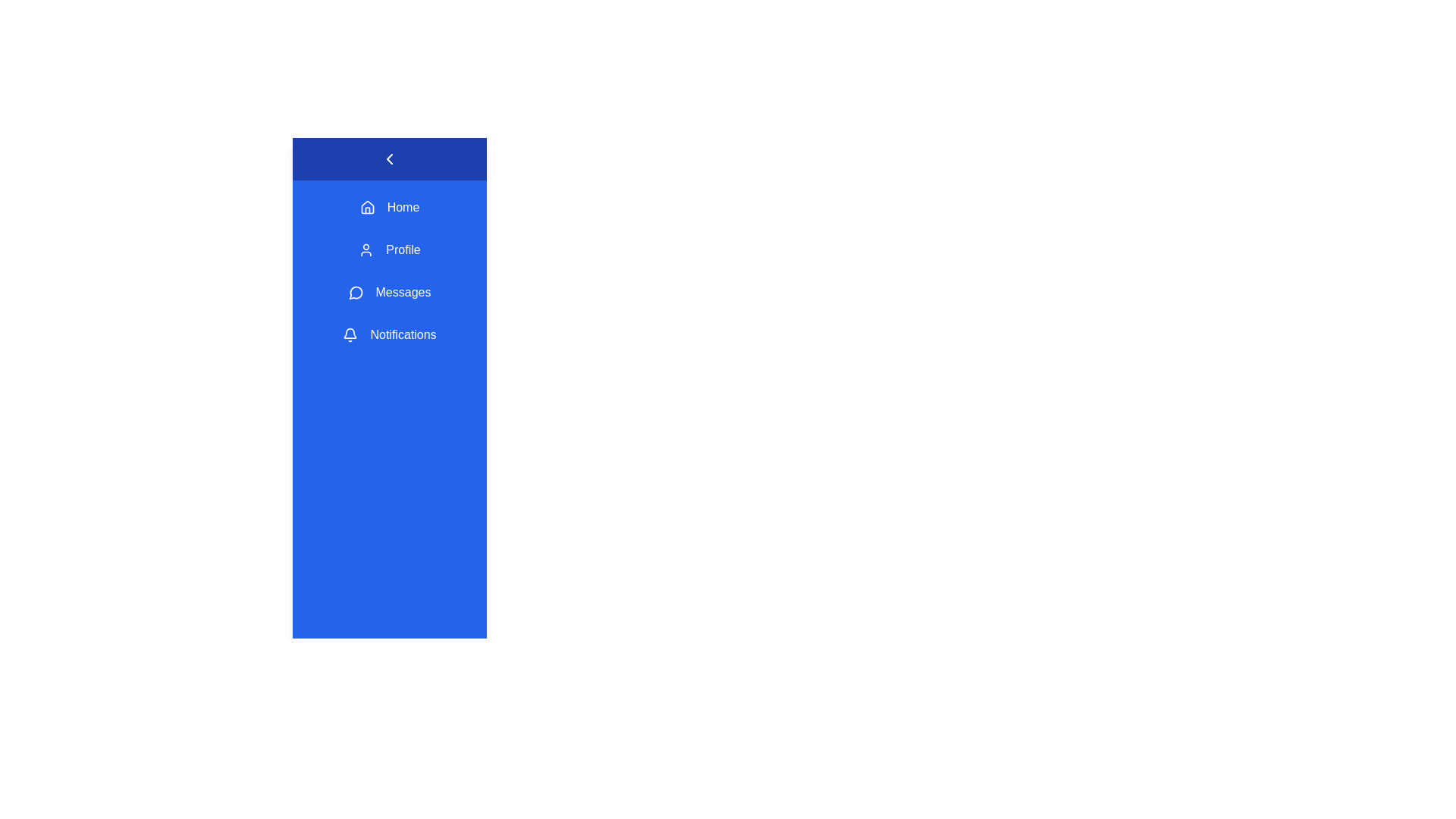 This screenshot has height=819, width=1456. What do you see at coordinates (366, 249) in the screenshot?
I see `the Profile icon in the sidebar menu` at bounding box center [366, 249].